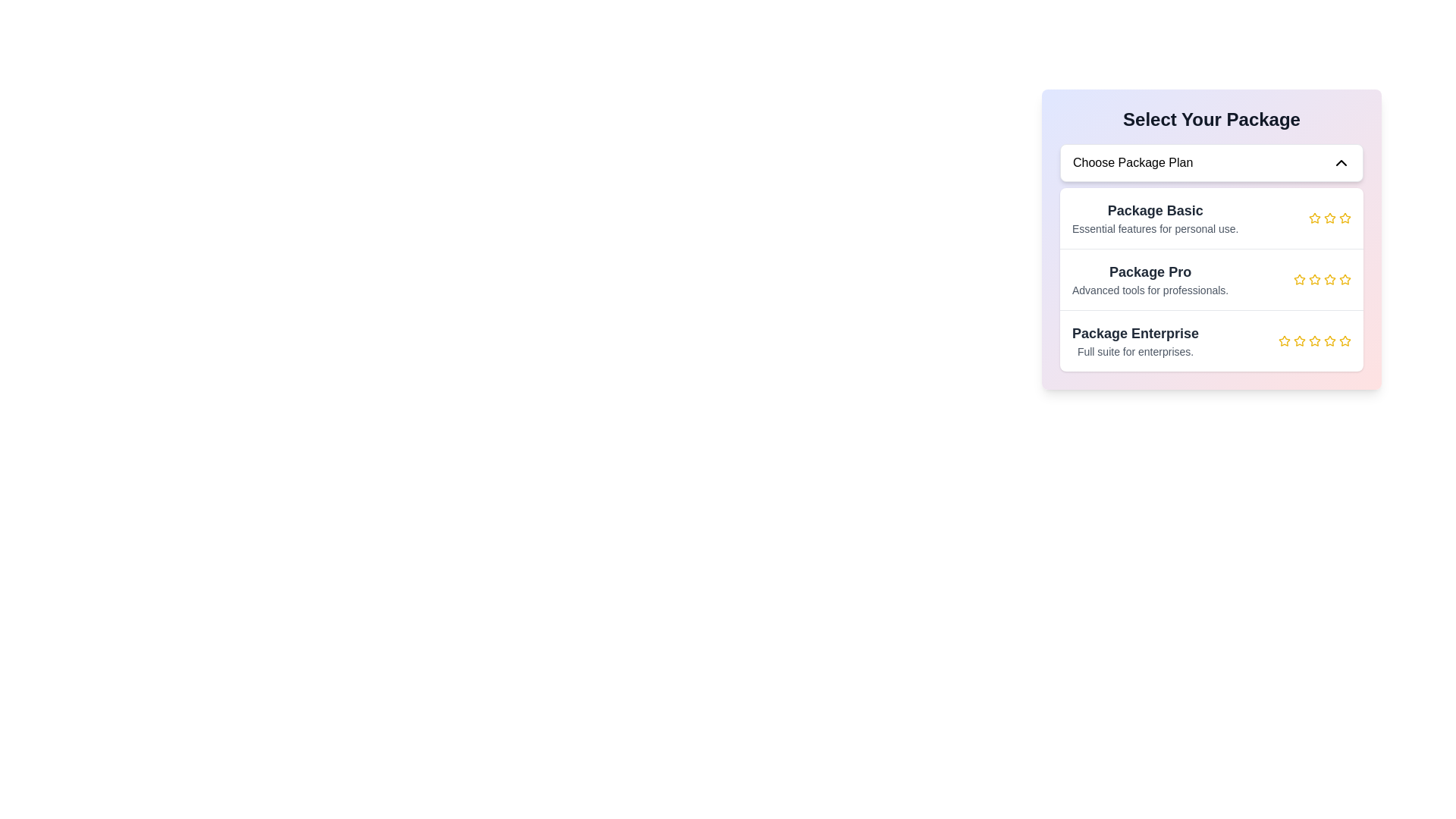 The width and height of the screenshot is (1456, 819). Describe the element at coordinates (1154, 210) in the screenshot. I see `the Text label that serves as the title for the package option, positioned above the description text 'Essential features for personal use.'` at that location.